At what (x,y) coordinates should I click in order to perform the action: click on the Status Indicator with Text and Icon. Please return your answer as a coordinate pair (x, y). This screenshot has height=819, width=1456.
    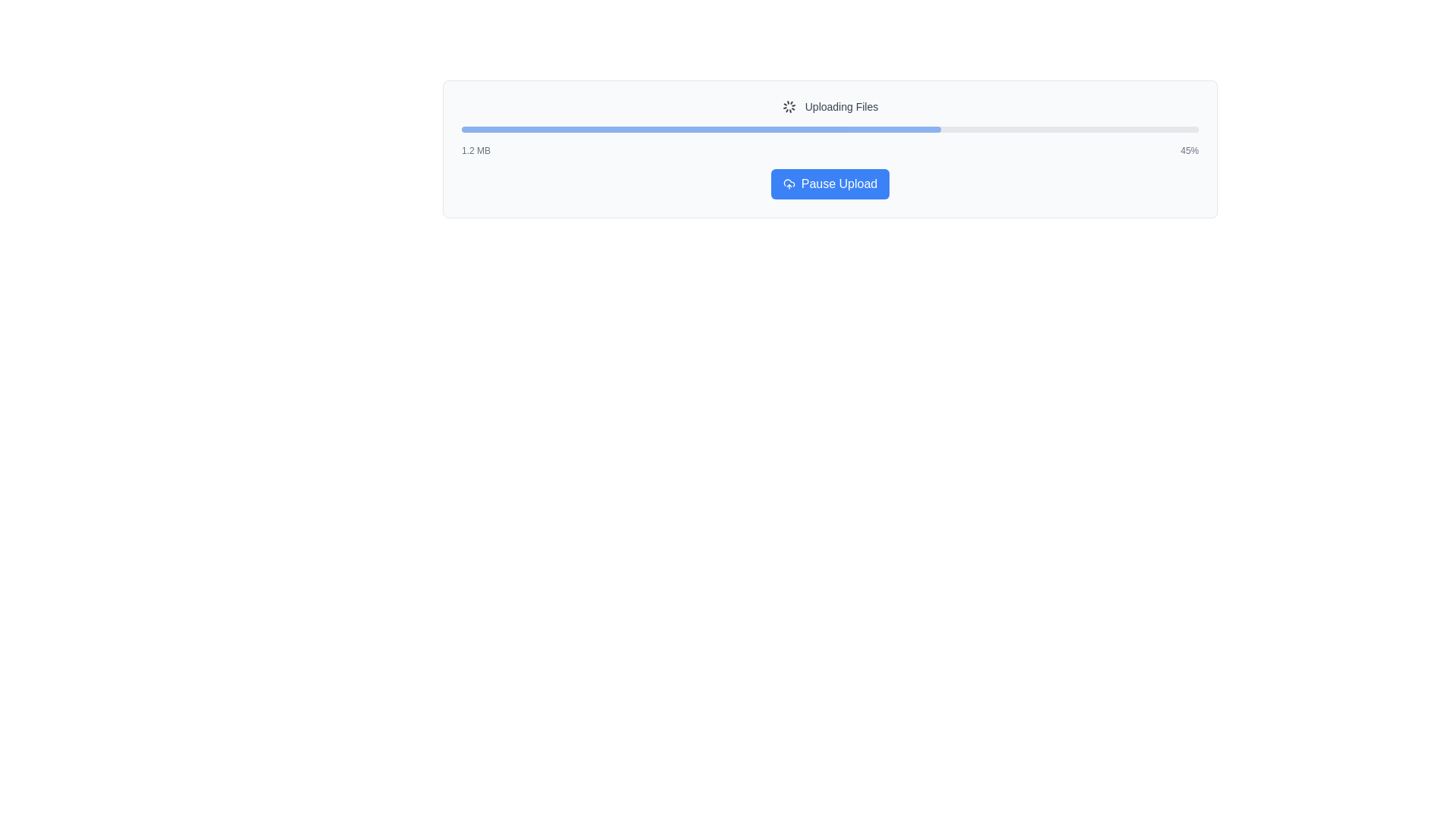
    Looking at the image, I should click on (829, 106).